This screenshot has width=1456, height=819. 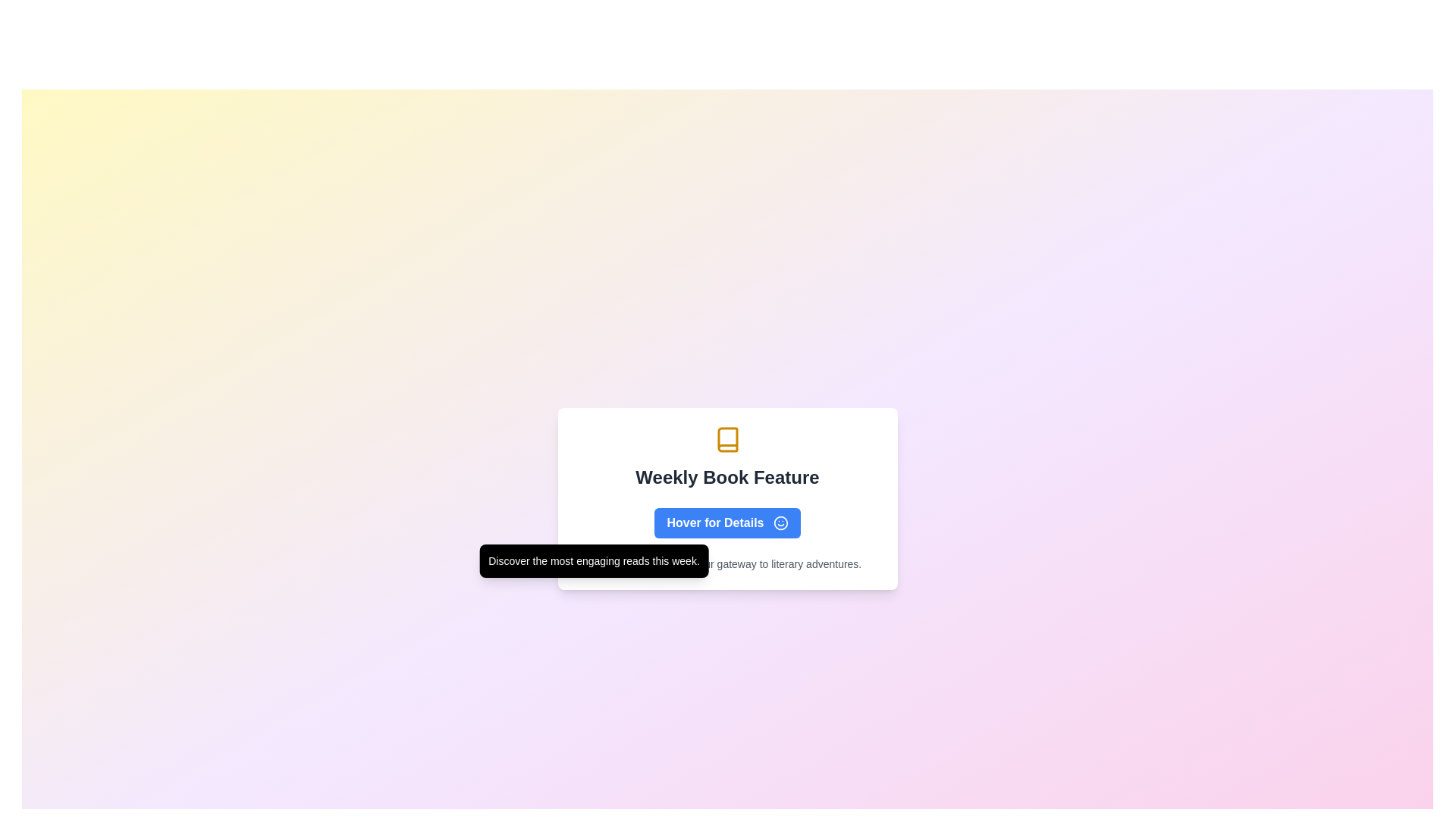 What do you see at coordinates (726, 522) in the screenshot?
I see `the blue rectangular button labeled 'Hover for Details' with a smiley face icon` at bounding box center [726, 522].